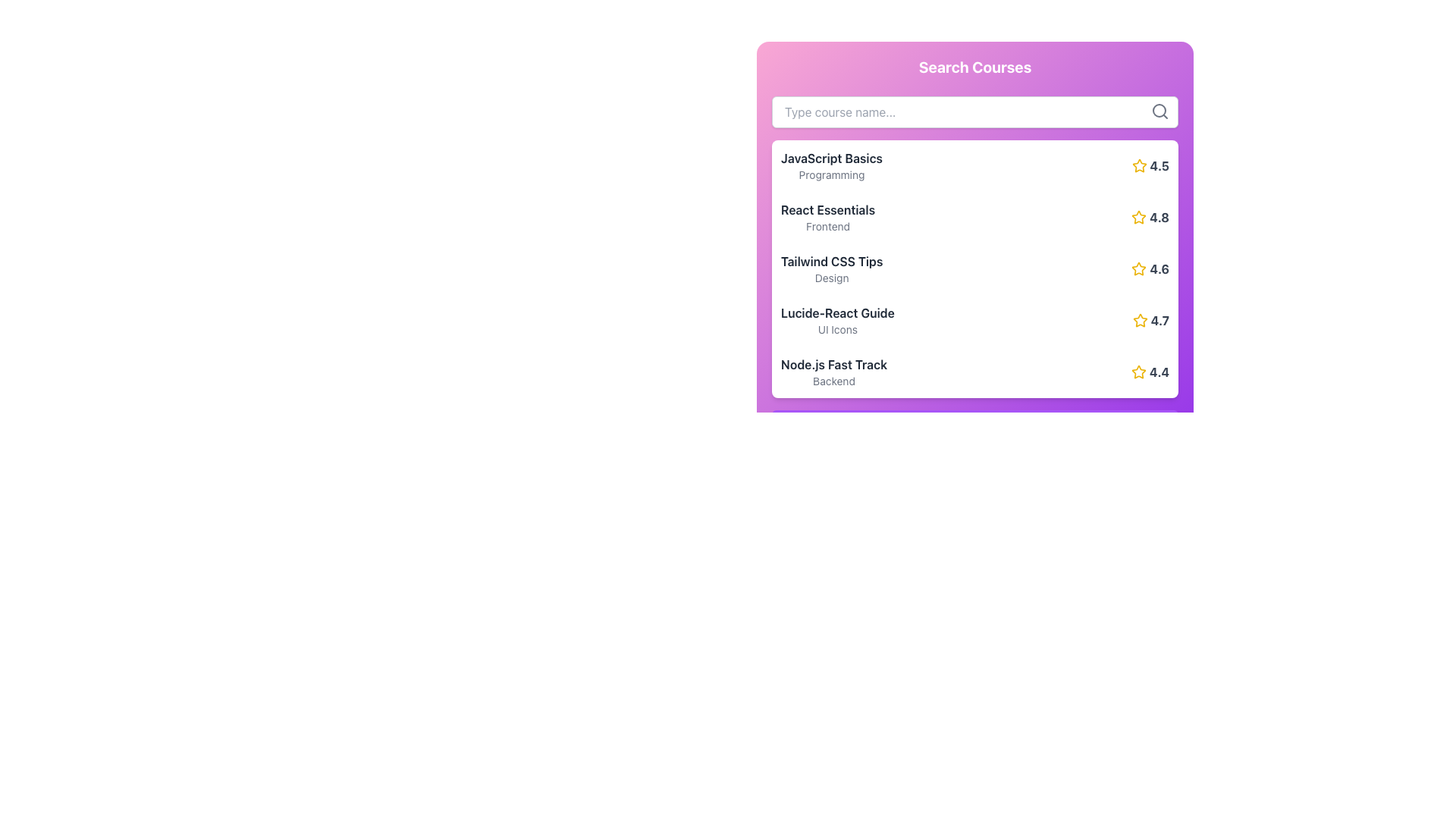 The width and height of the screenshot is (1456, 819). Describe the element at coordinates (1150, 217) in the screenshot. I see `rating value displayed for the 'React Essentials' course, which is indicated by the rating display located at the far right end of the course information row` at that location.